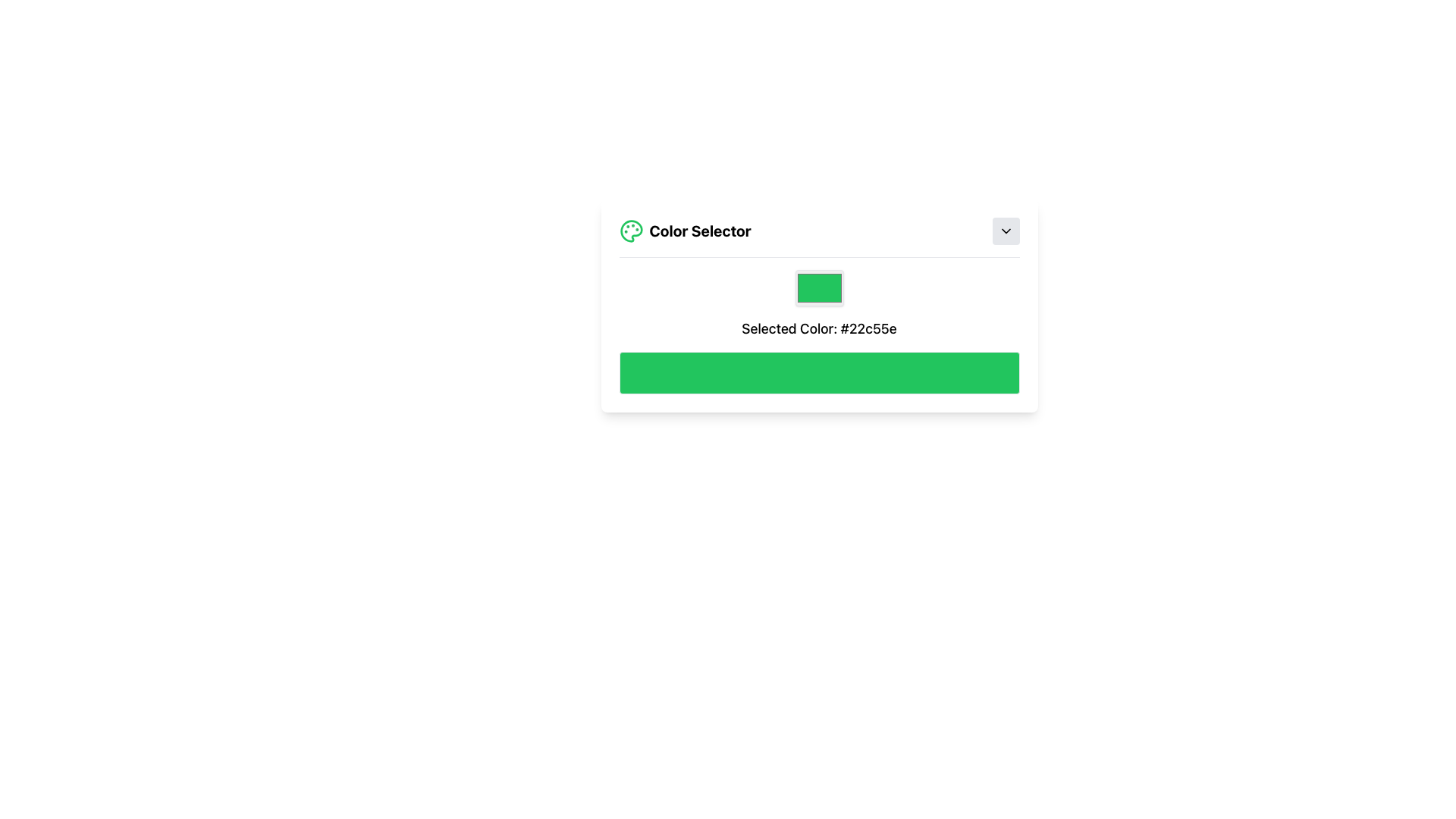 The image size is (1456, 819). What do you see at coordinates (818, 328) in the screenshot?
I see `the text label that identifies the currently selected color, which displays its name and hexadecimal color code, located centrally within the interface` at bounding box center [818, 328].